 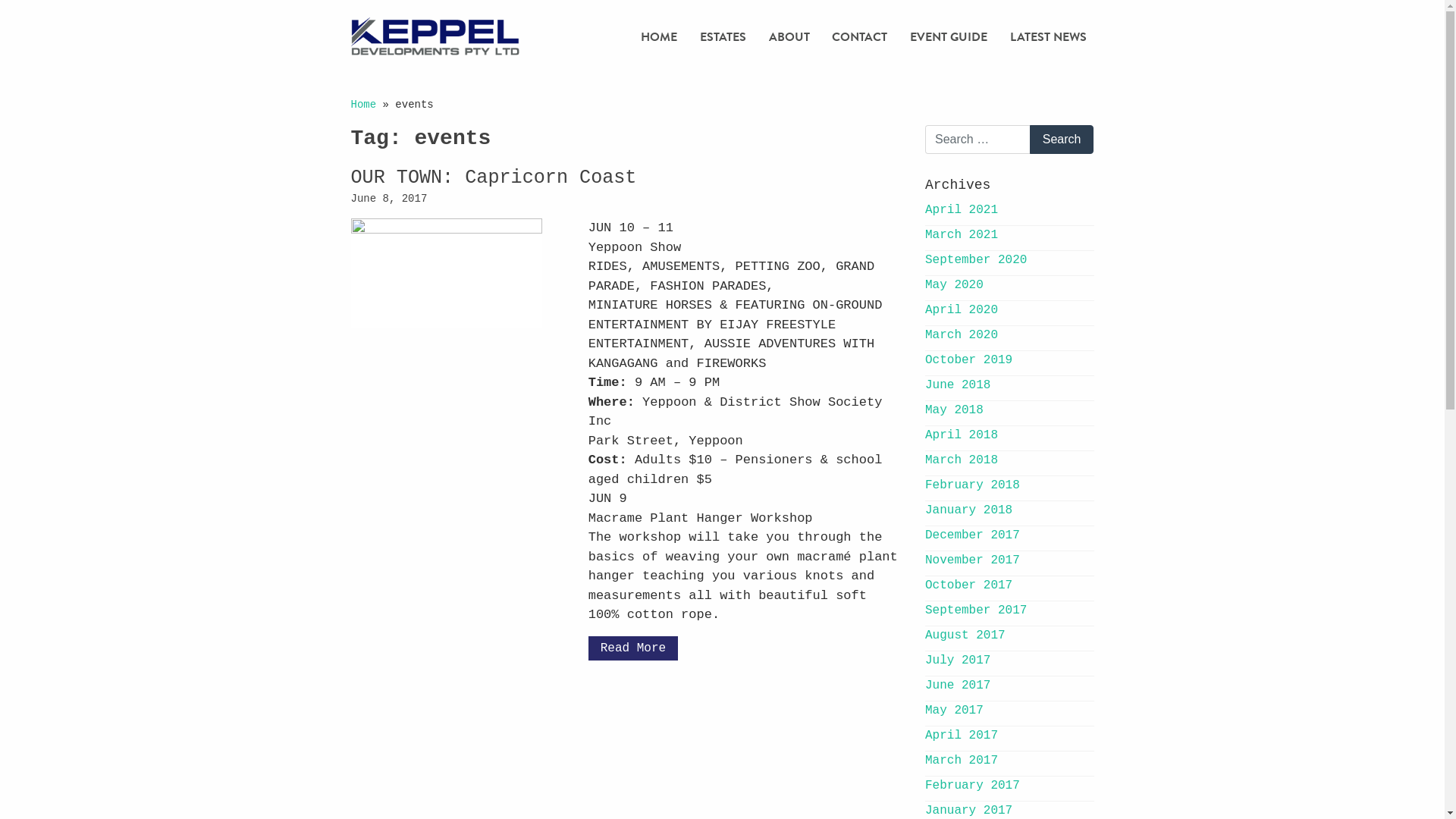 I want to click on 'Home', so click(x=349, y=104).